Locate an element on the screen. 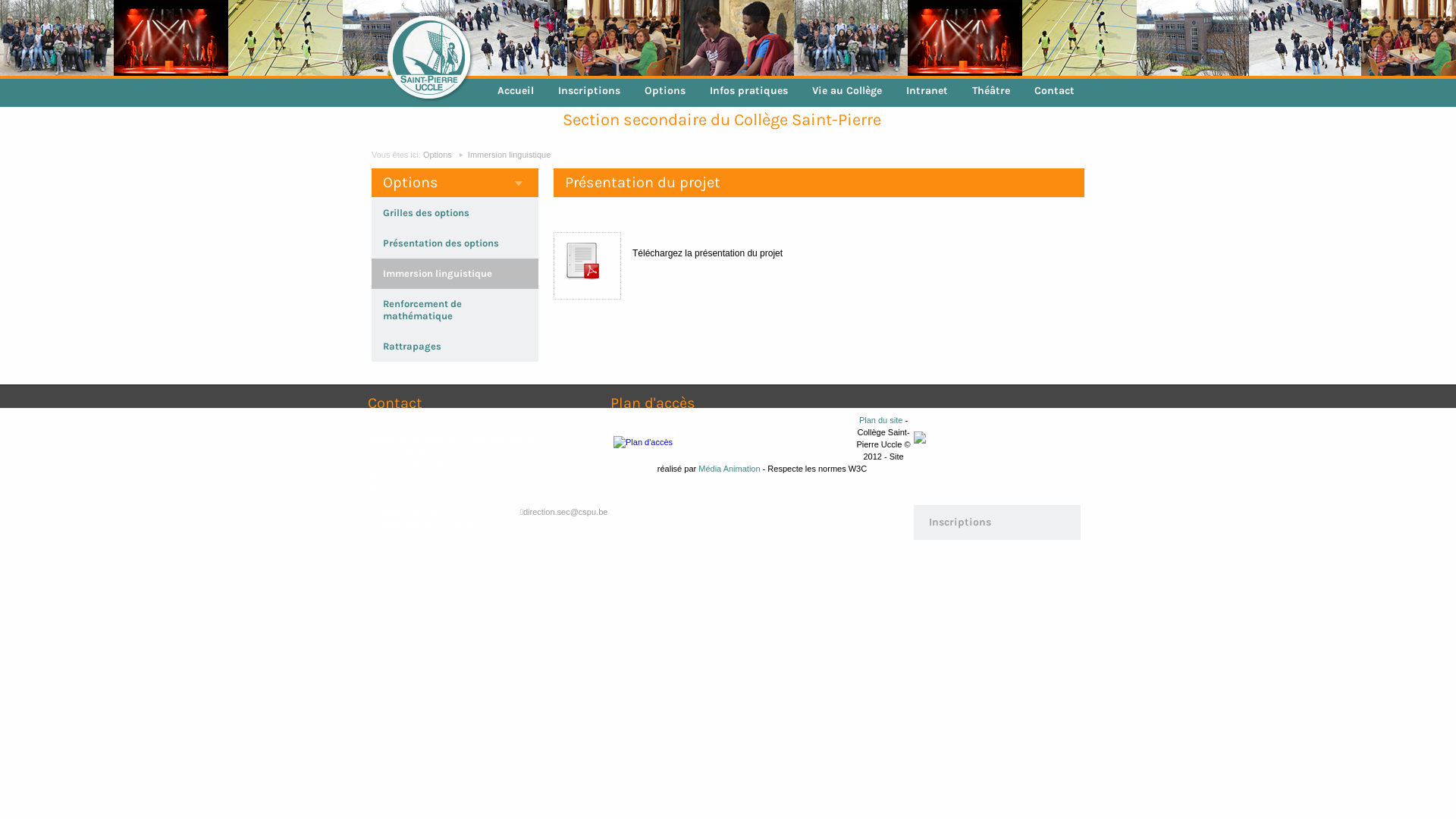 This screenshot has height=819, width=1456. 'Accueil' is located at coordinates (484, 90).